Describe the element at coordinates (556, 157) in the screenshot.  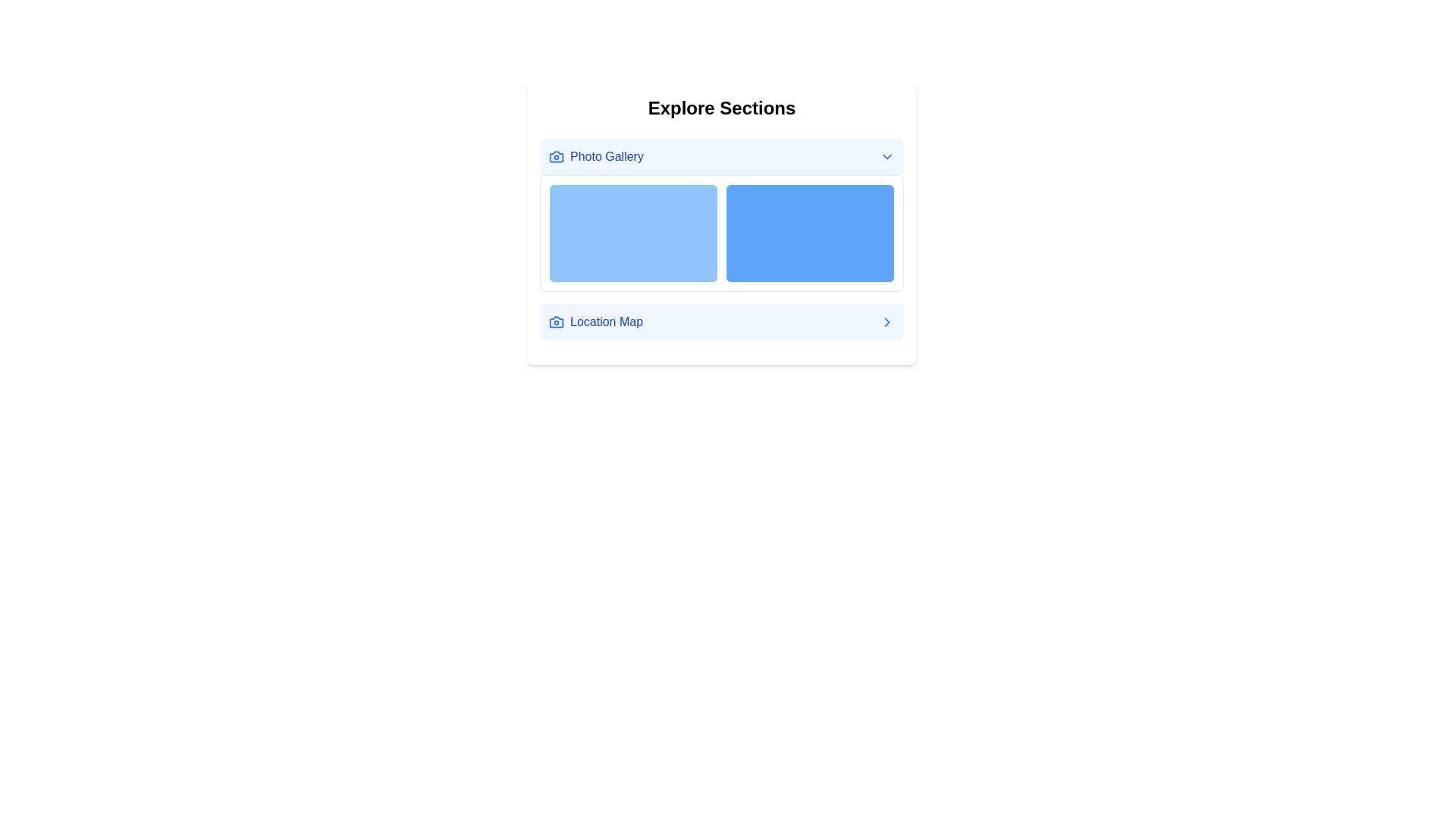
I see `the 'Photo Gallery' icon located to the left of the text 'Photo Gallery' within the blue-highlighted row under the 'Explore Sections' header` at that location.